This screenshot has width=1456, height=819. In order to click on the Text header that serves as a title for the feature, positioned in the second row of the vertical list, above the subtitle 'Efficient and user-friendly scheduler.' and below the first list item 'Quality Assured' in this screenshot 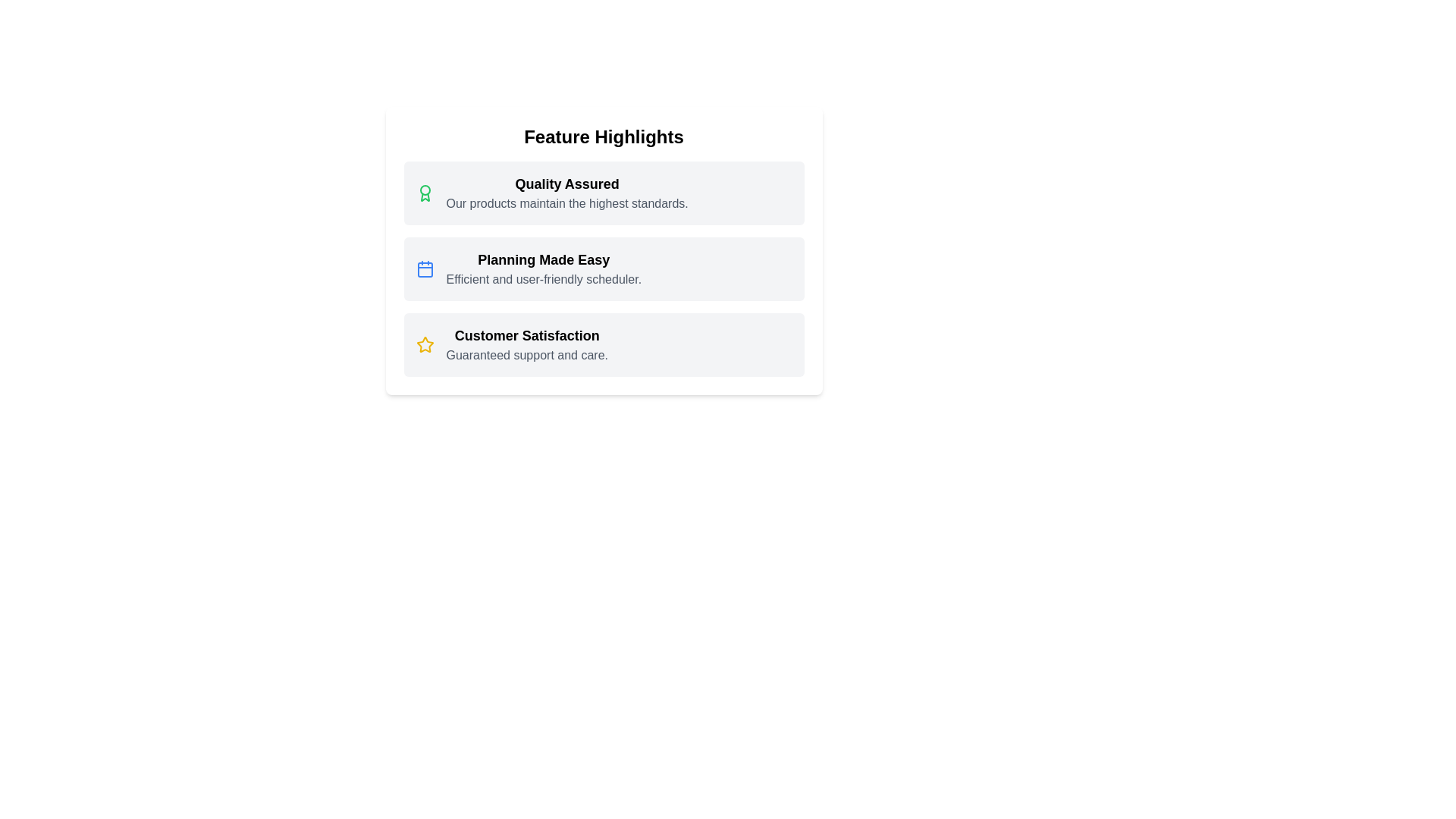, I will do `click(544, 259)`.